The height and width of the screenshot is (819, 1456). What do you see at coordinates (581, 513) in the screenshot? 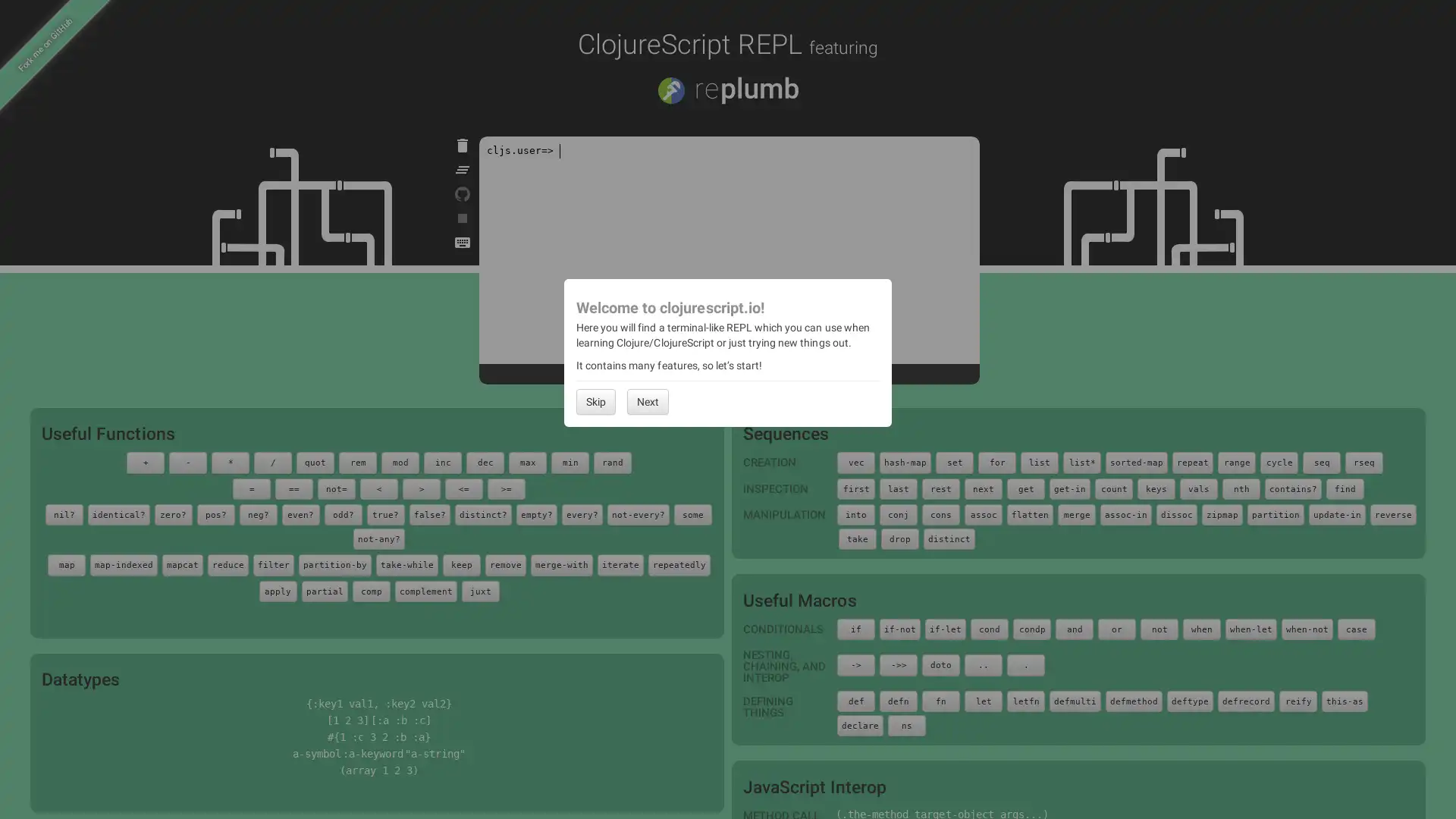
I see `every?` at bounding box center [581, 513].